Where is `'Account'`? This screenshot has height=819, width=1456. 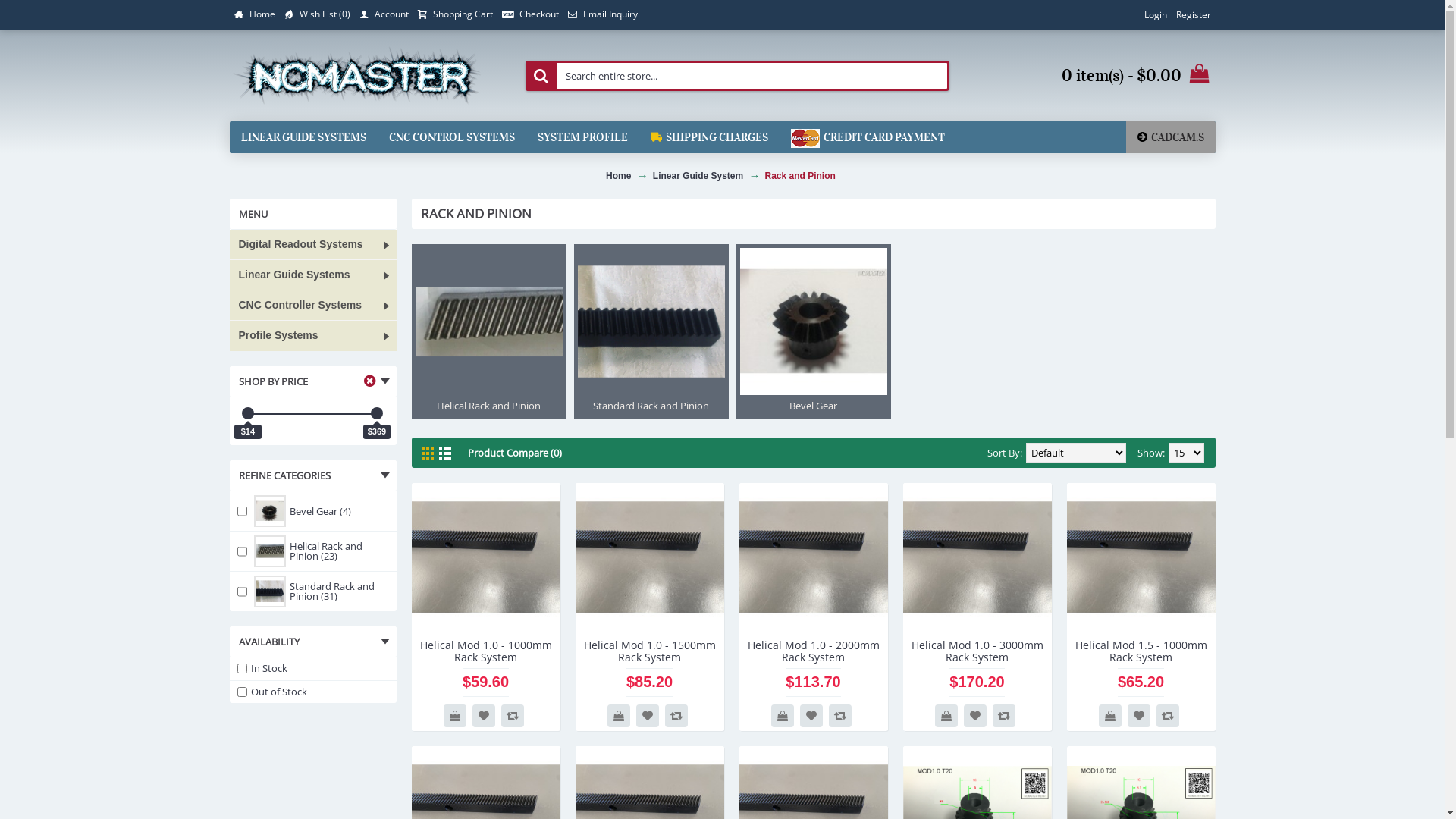 'Account' is located at coordinates (384, 14).